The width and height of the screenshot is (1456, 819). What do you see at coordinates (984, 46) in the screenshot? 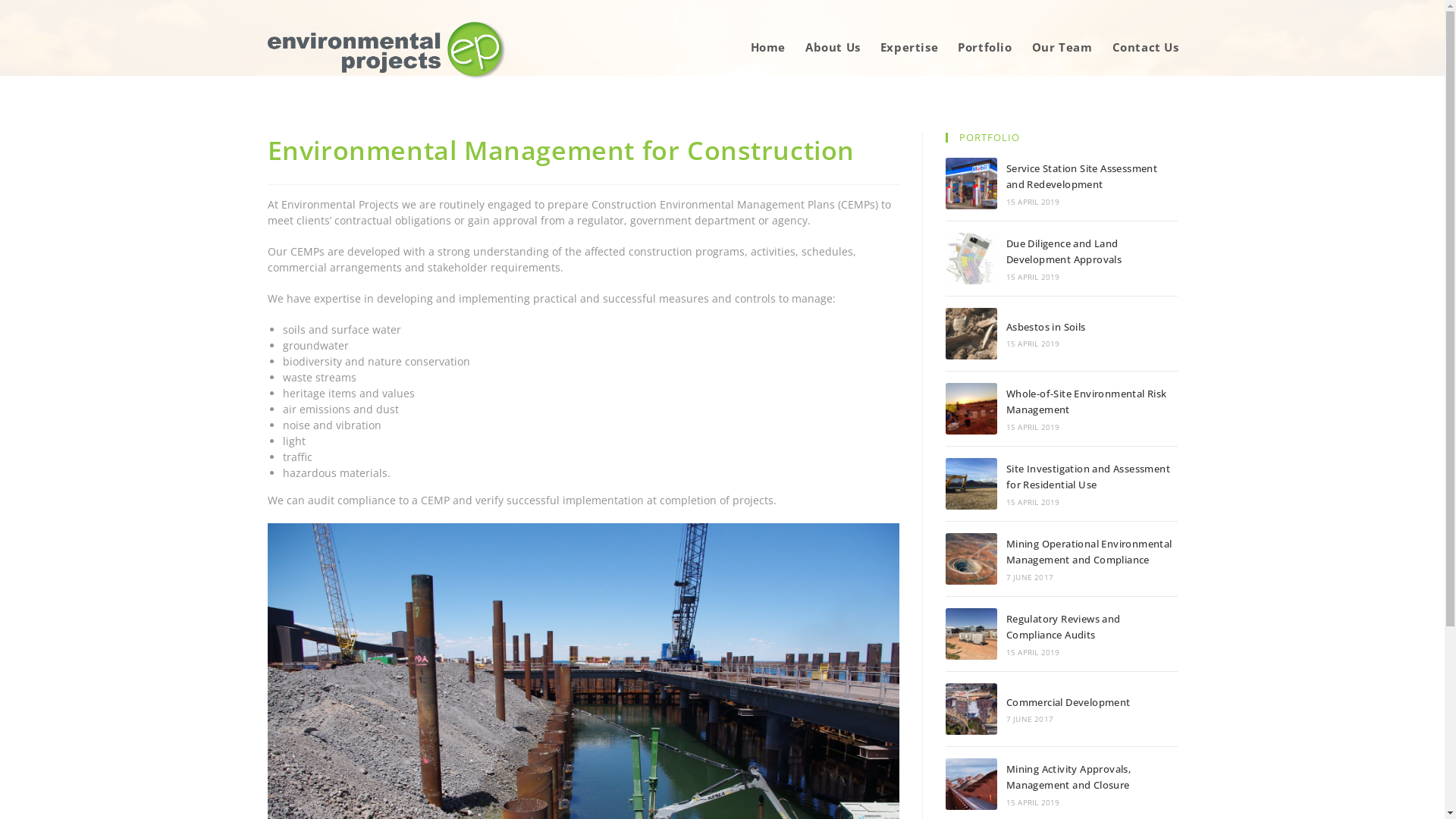
I see `'Portfolio'` at bounding box center [984, 46].